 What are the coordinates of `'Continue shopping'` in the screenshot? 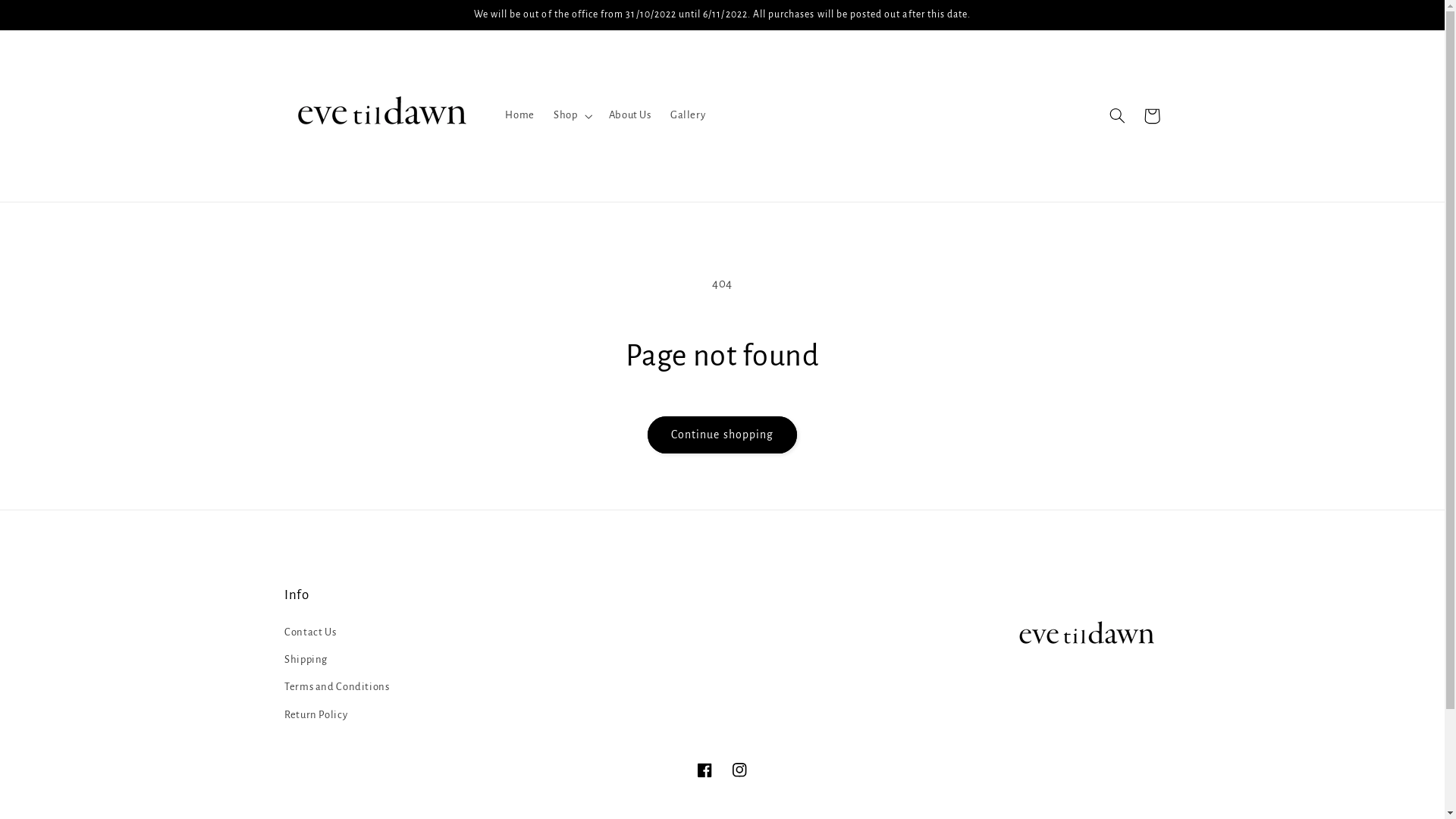 It's located at (722, 435).